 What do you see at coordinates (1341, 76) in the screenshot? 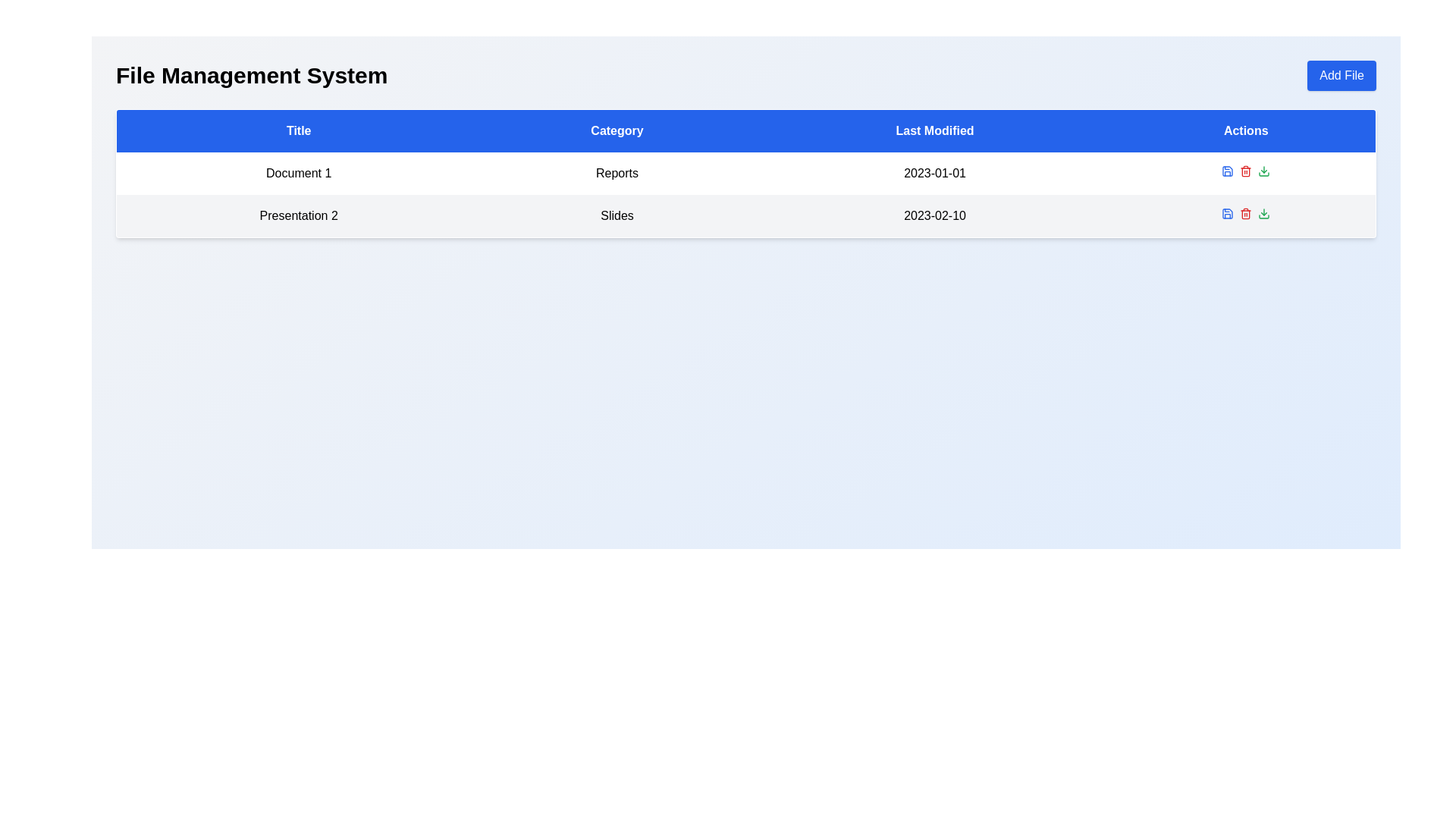
I see `the 'Add File' button, which has a blue background and white text` at bounding box center [1341, 76].